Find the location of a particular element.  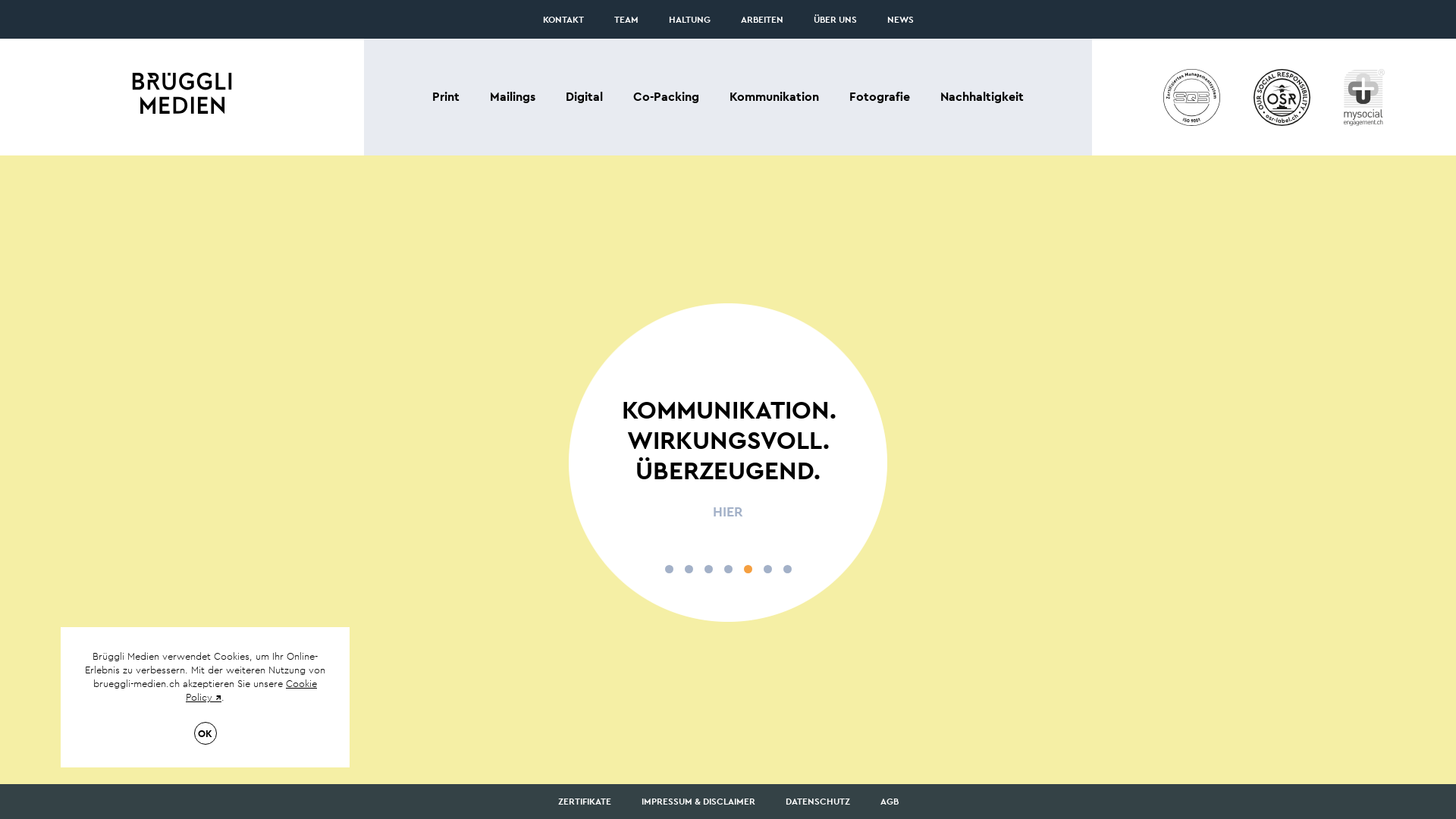

'Nachhaltigkeit' is located at coordinates (982, 96).